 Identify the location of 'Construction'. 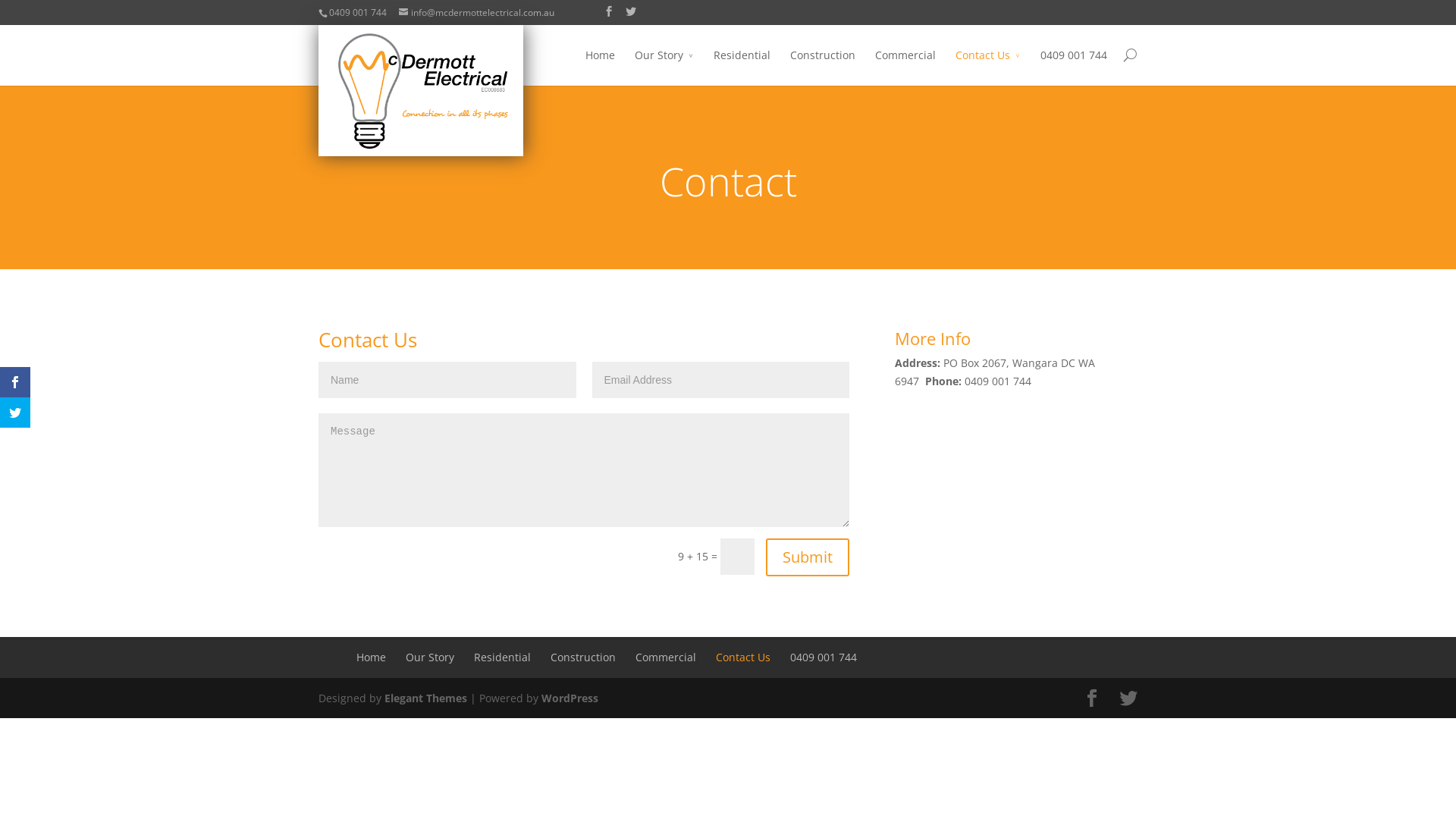
(821, 65).